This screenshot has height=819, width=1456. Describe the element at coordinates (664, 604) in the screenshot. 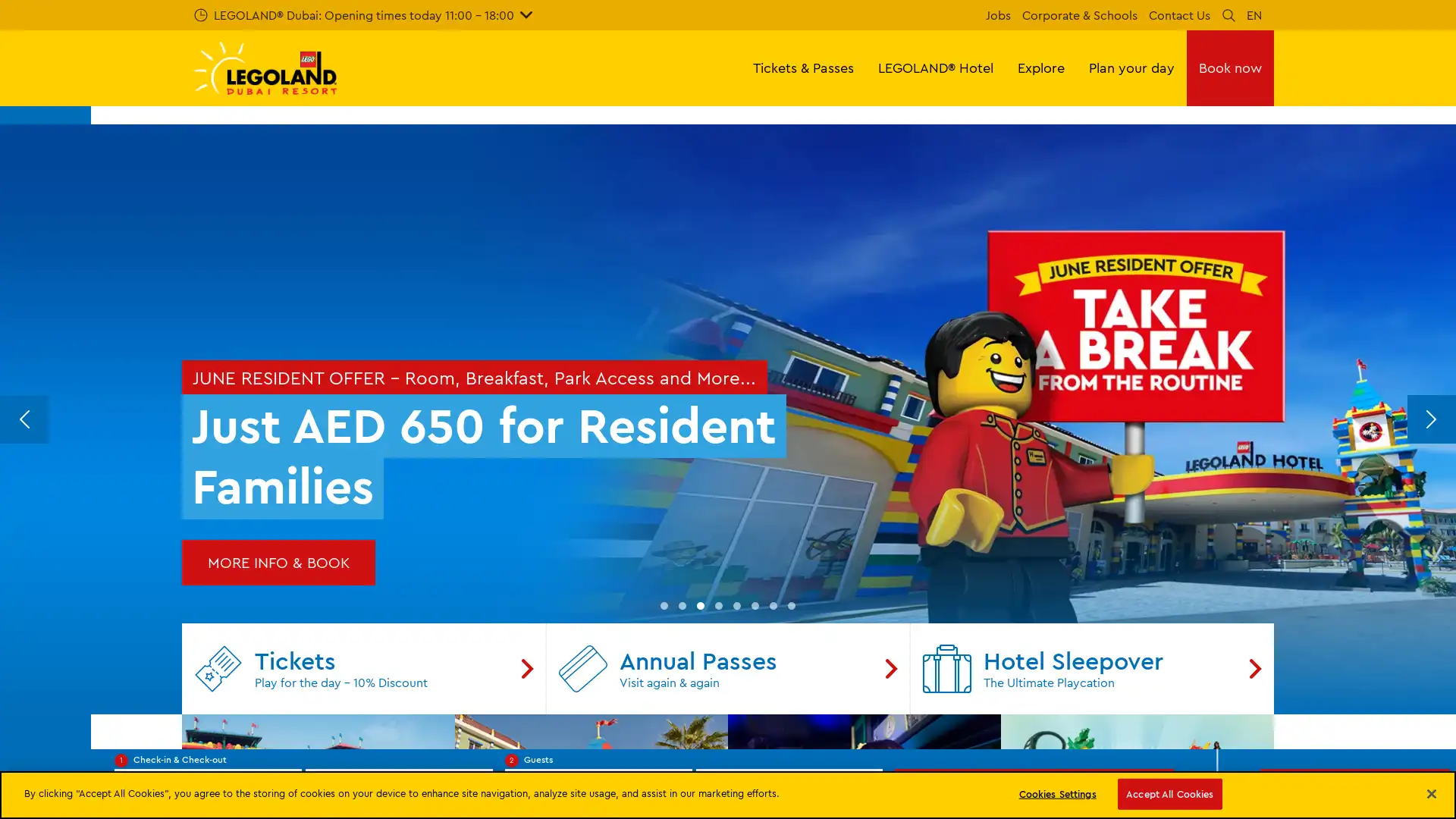

I see `Go to slide 1` at that location.